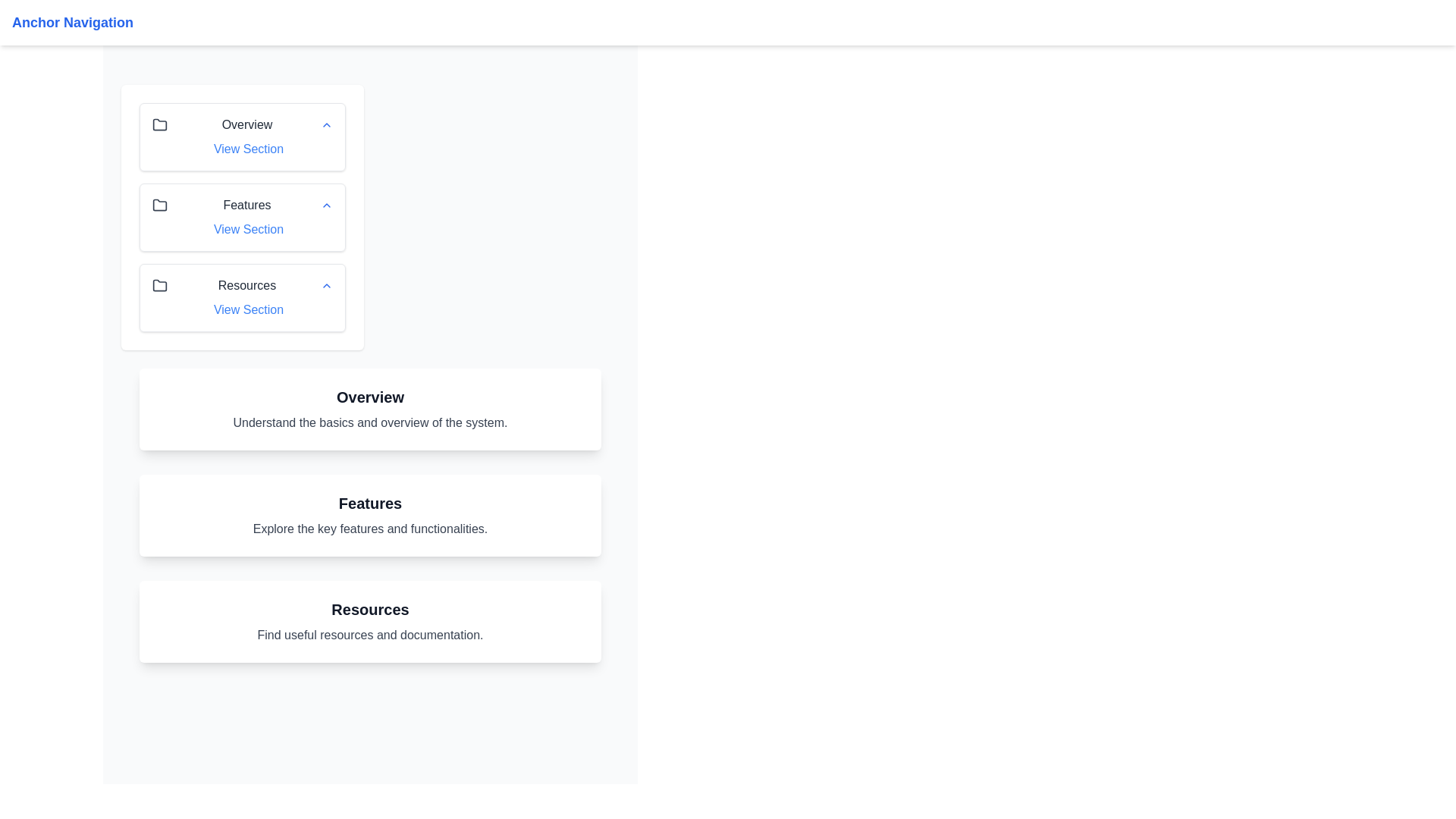 The height and width of the screenshot is (819, 1456). Describe the element at coordinates (326, 205) in the screenshot. I see `the small blue upward-pointing chevron icon located adjacent to the 'Features' text label in the vertical navigation list` at that location.